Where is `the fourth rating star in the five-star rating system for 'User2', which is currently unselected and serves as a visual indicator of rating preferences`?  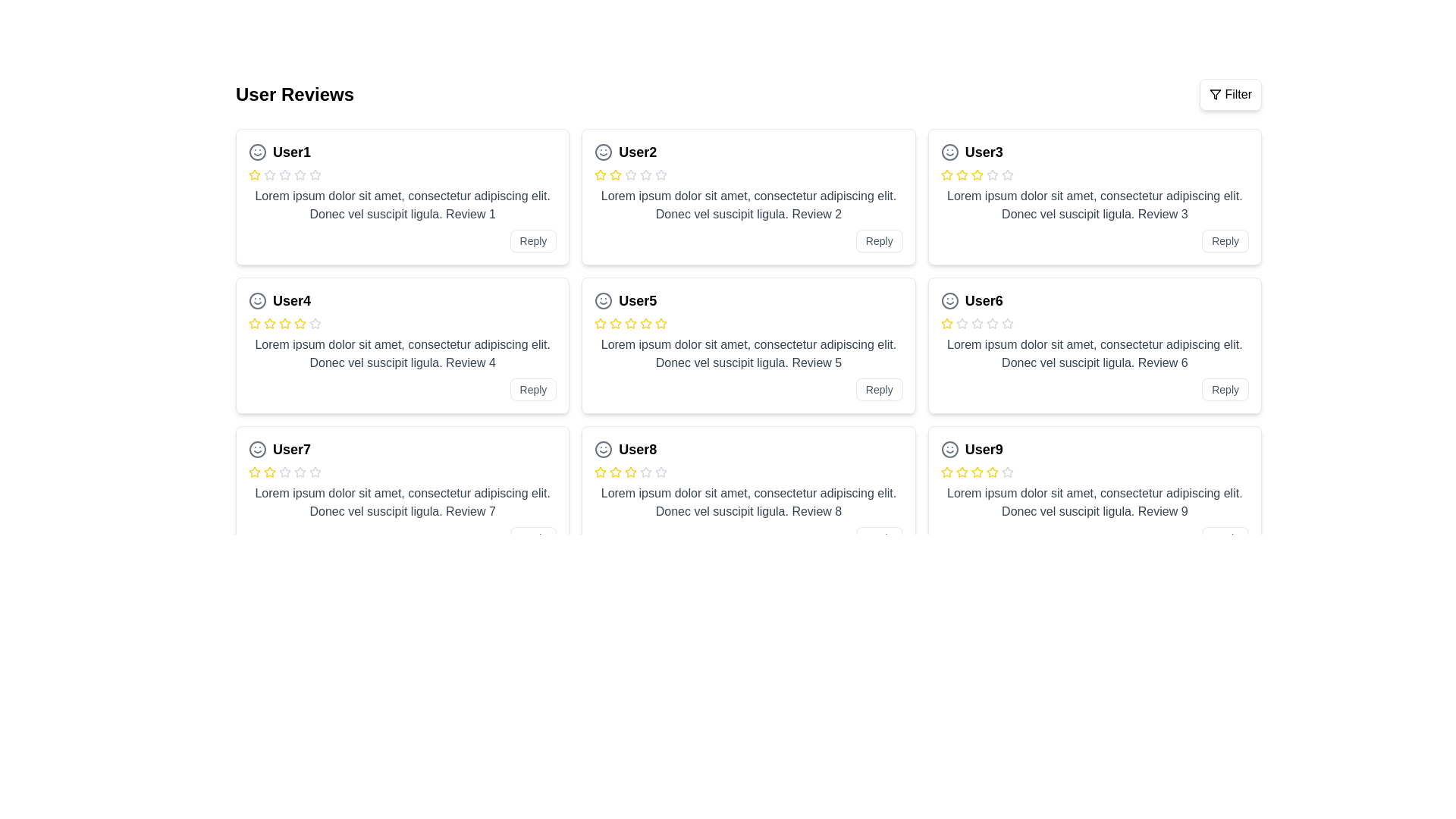
the fourth rating star in the five-star rating system for 'User2', which is currently unselected and serves as a visual indicator of rating preferences is located at coordinates (646, 174).